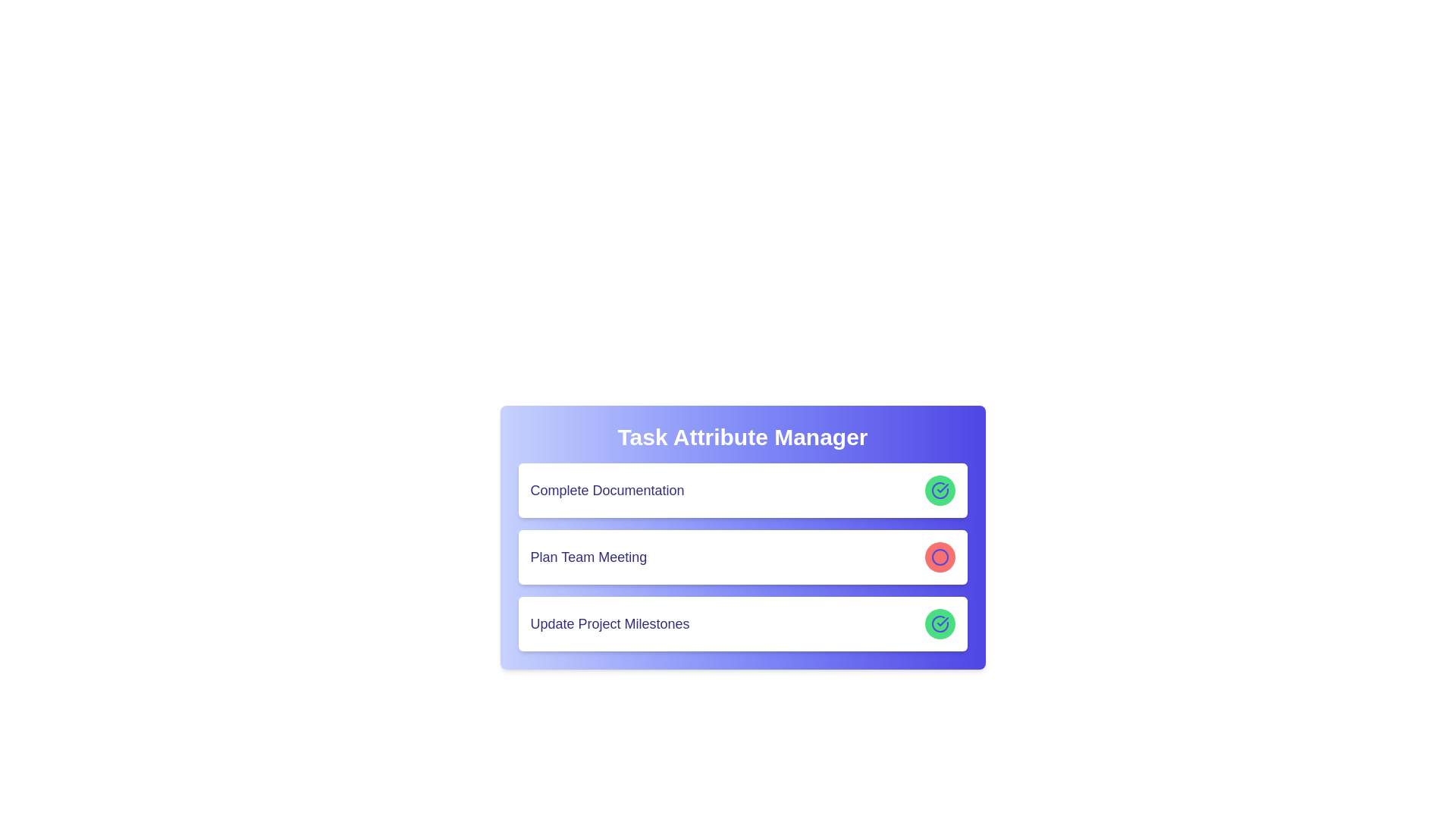  What do you see at coordinates (939, 491) in the screenshot?
I see `the circular green icon with a checkmark symbol that represents a validation state, located next to 'Complete Documentation' in the first row of the task list` at bounding box center [939, 491].